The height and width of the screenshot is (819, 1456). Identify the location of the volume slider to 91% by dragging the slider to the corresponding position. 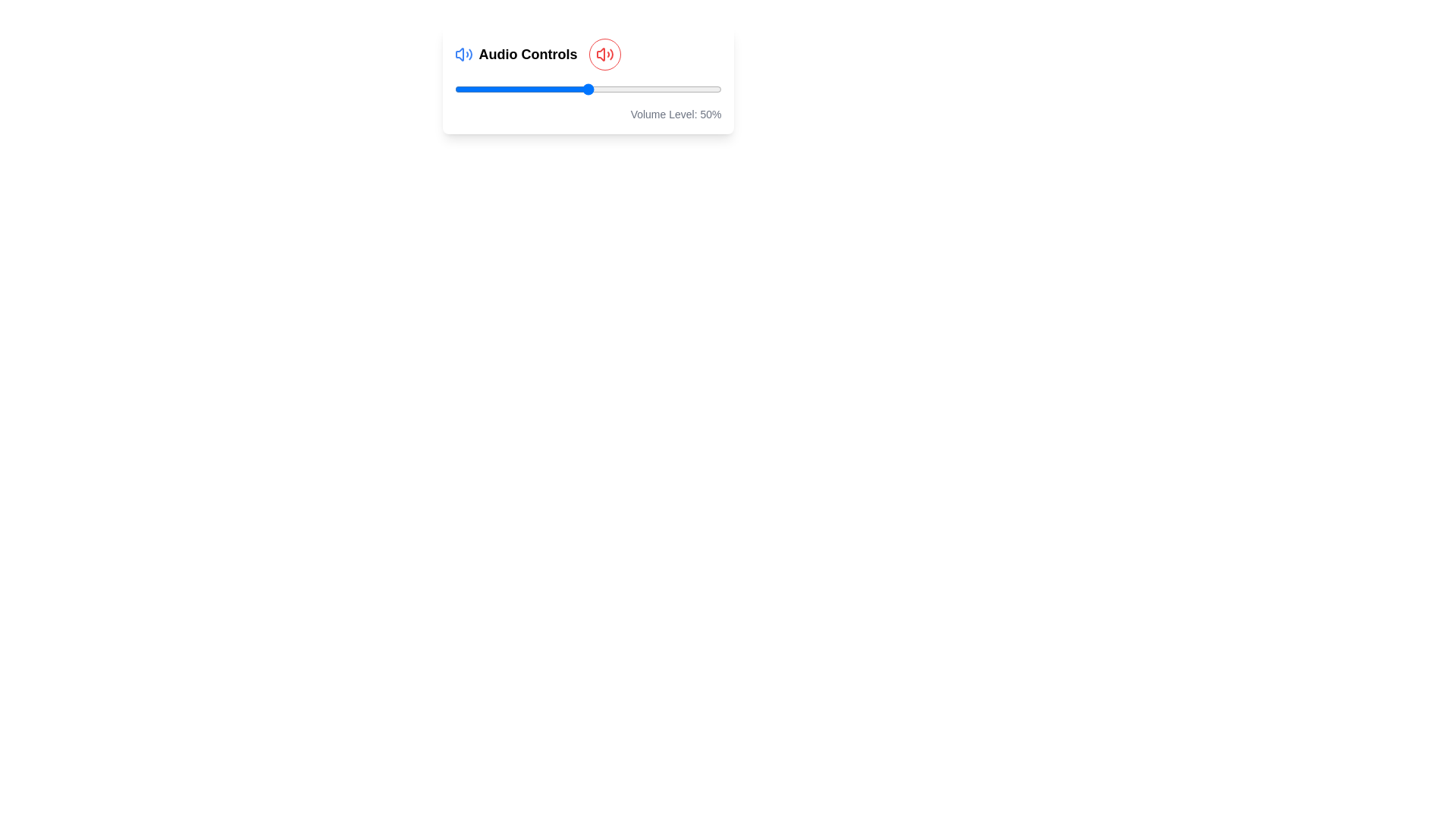
(696, 89).